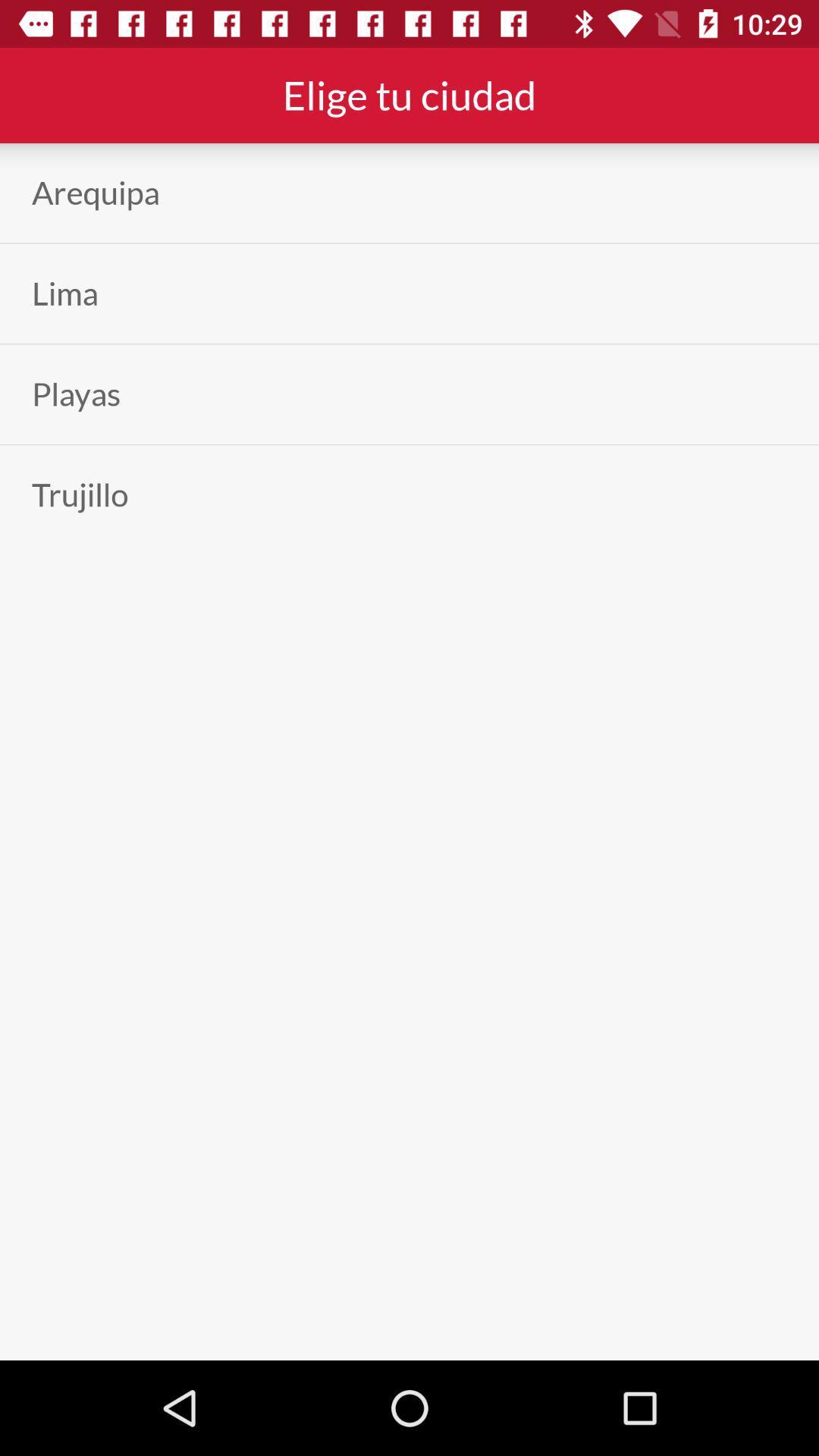 The height and width of the screenshot is (1456, 819). I want to click on the app above lima item, so click(96, 192).